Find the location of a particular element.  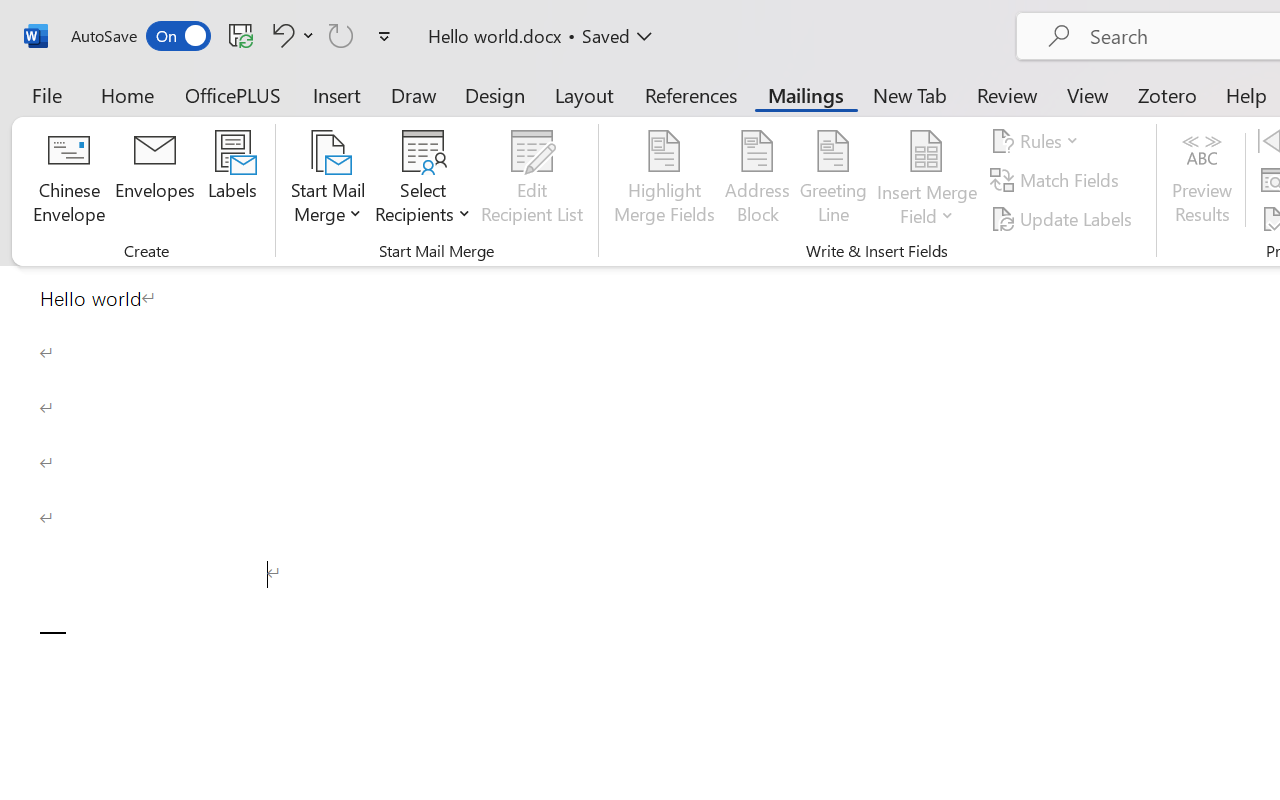

'Update Labels' is located at coordinates (1063, 218).